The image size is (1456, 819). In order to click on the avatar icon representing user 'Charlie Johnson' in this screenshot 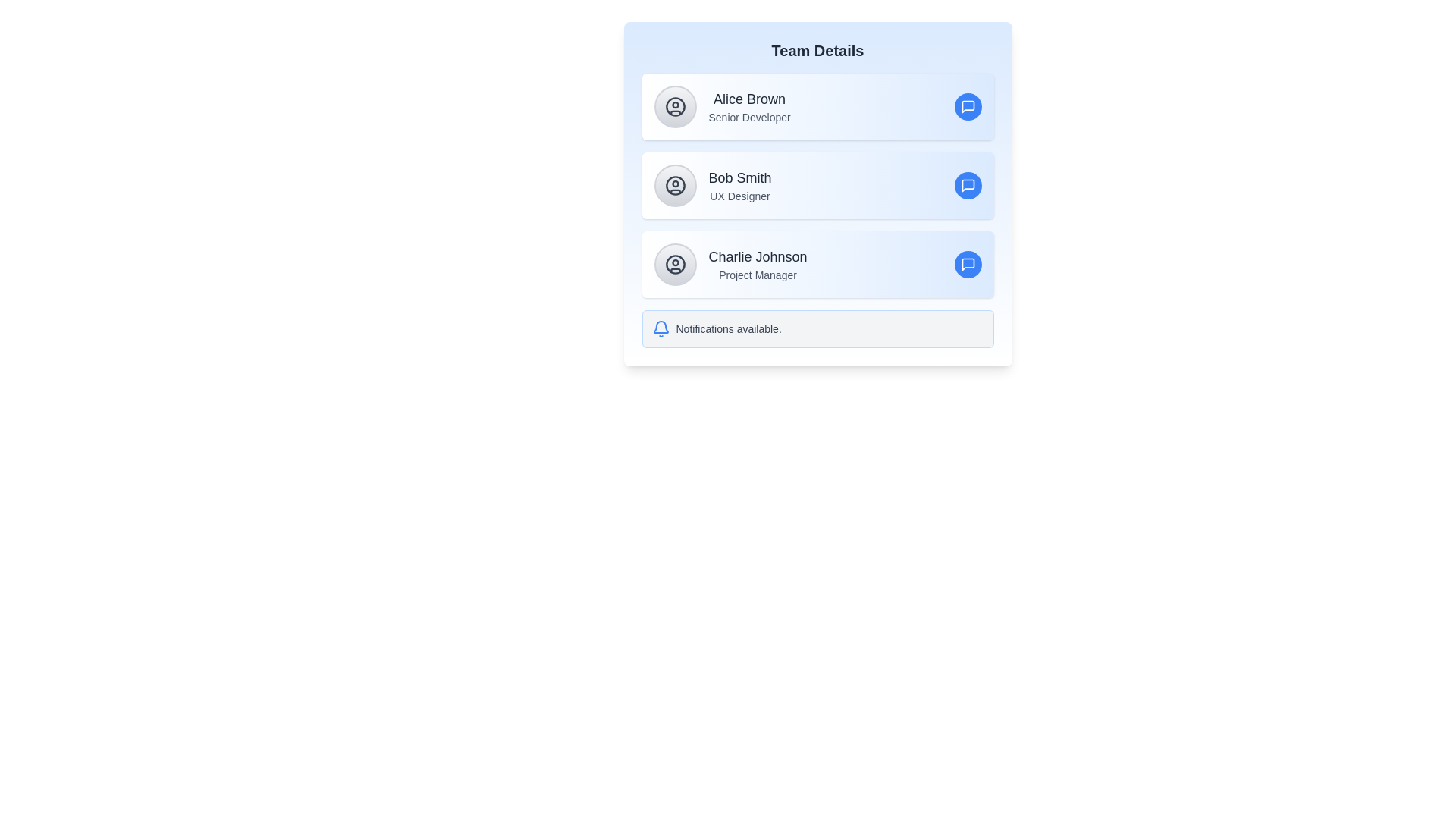, I will do `click(674, 263)`.